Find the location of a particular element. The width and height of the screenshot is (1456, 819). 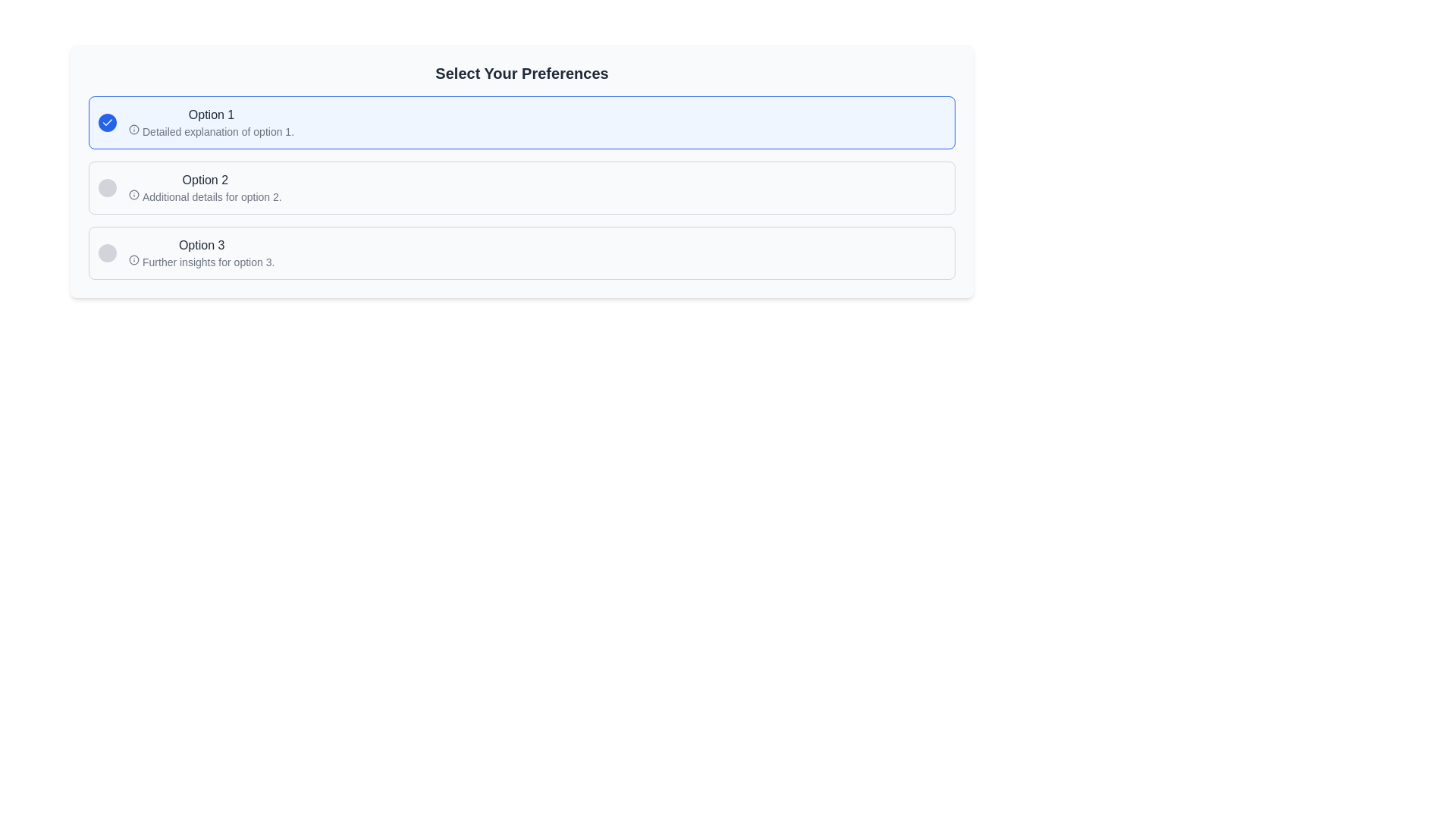

the Information Icon located to the left of the descriptive text for Option 2 in the 'Select Your Preferences' section is located at coordinates (134, 194).